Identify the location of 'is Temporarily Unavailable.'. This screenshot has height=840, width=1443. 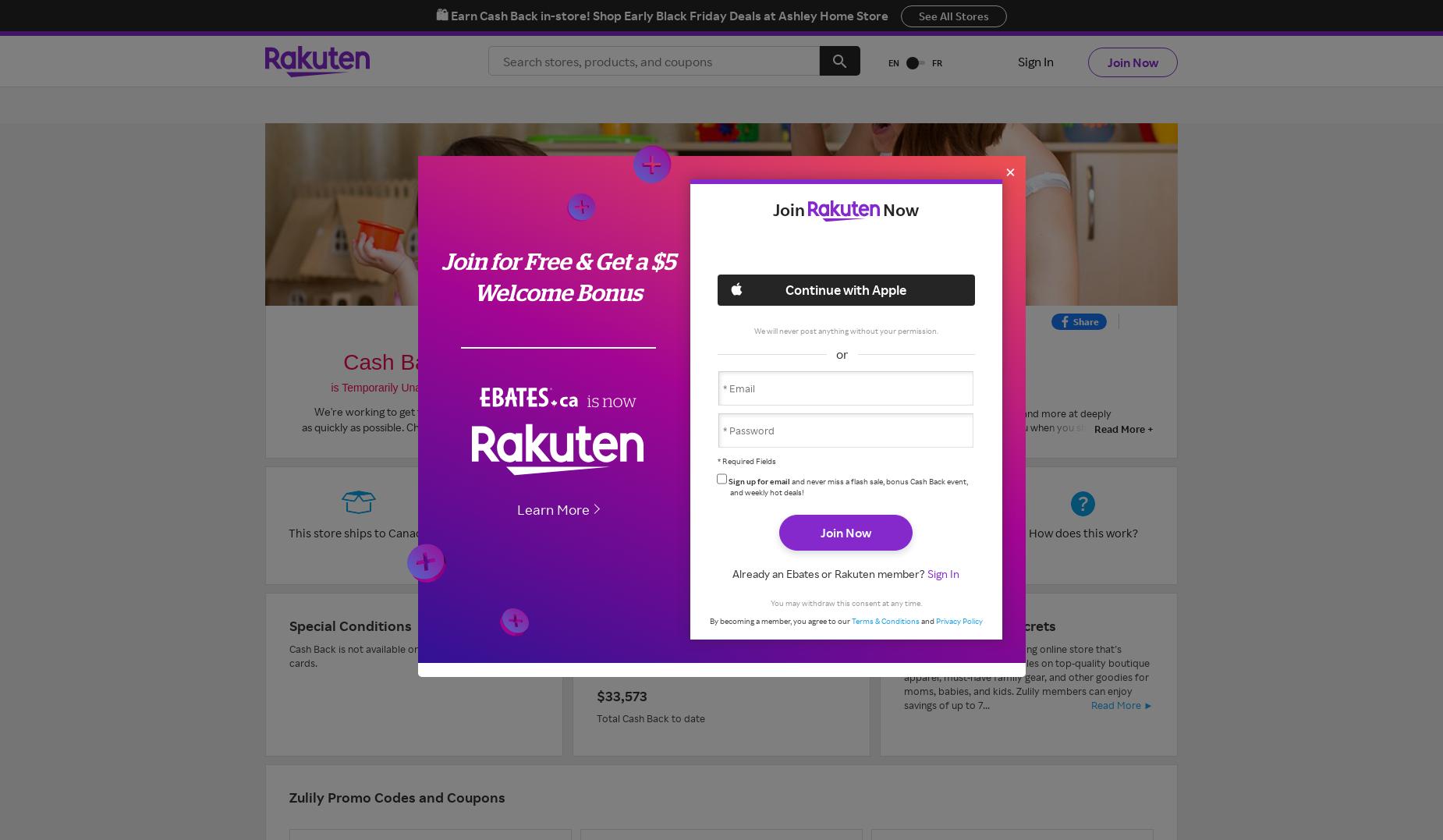
(395, 388).